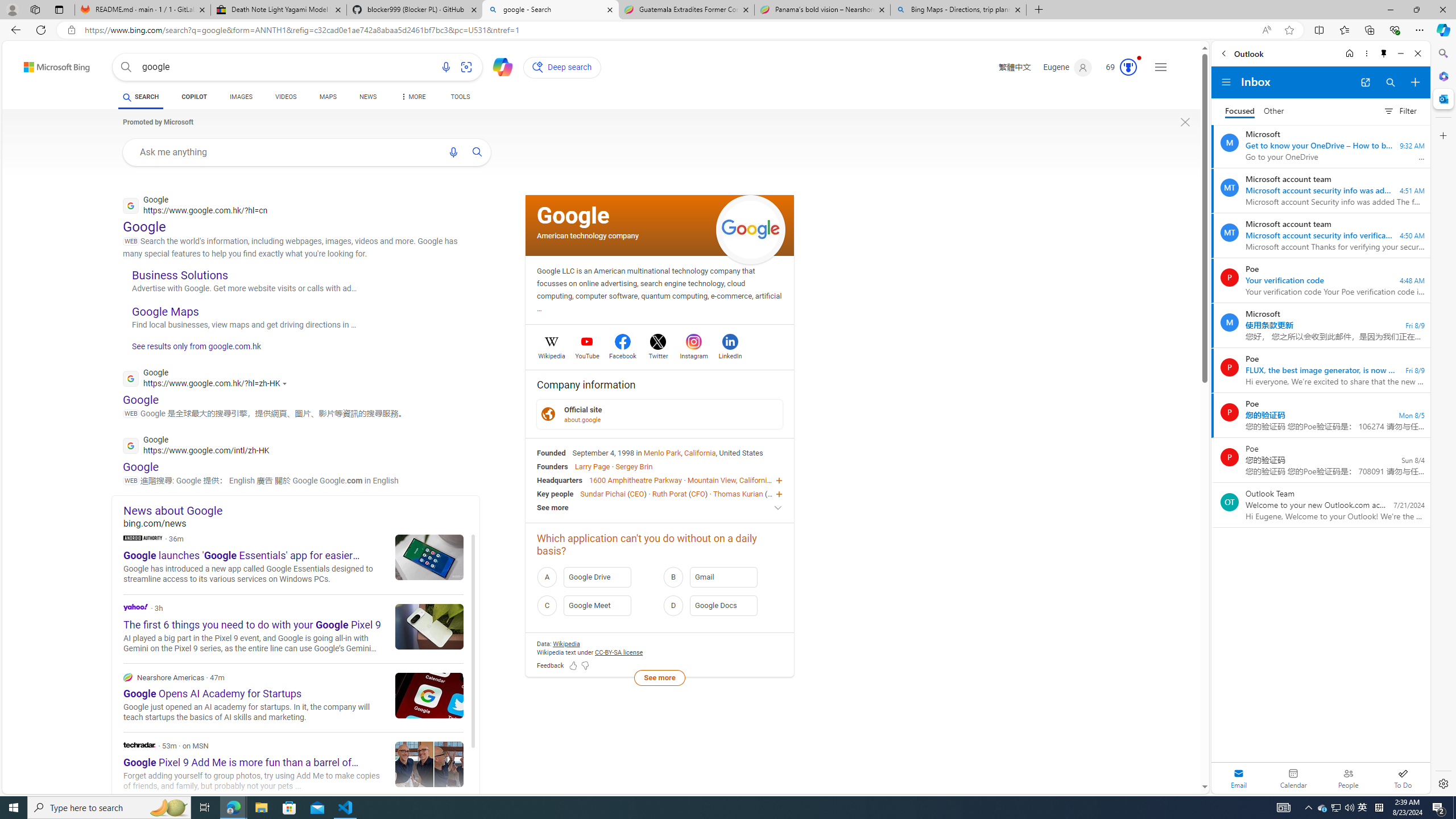 This screenshot has height=819, width=1456. I want to click on 'Folder navigation', so click(1226, 82).